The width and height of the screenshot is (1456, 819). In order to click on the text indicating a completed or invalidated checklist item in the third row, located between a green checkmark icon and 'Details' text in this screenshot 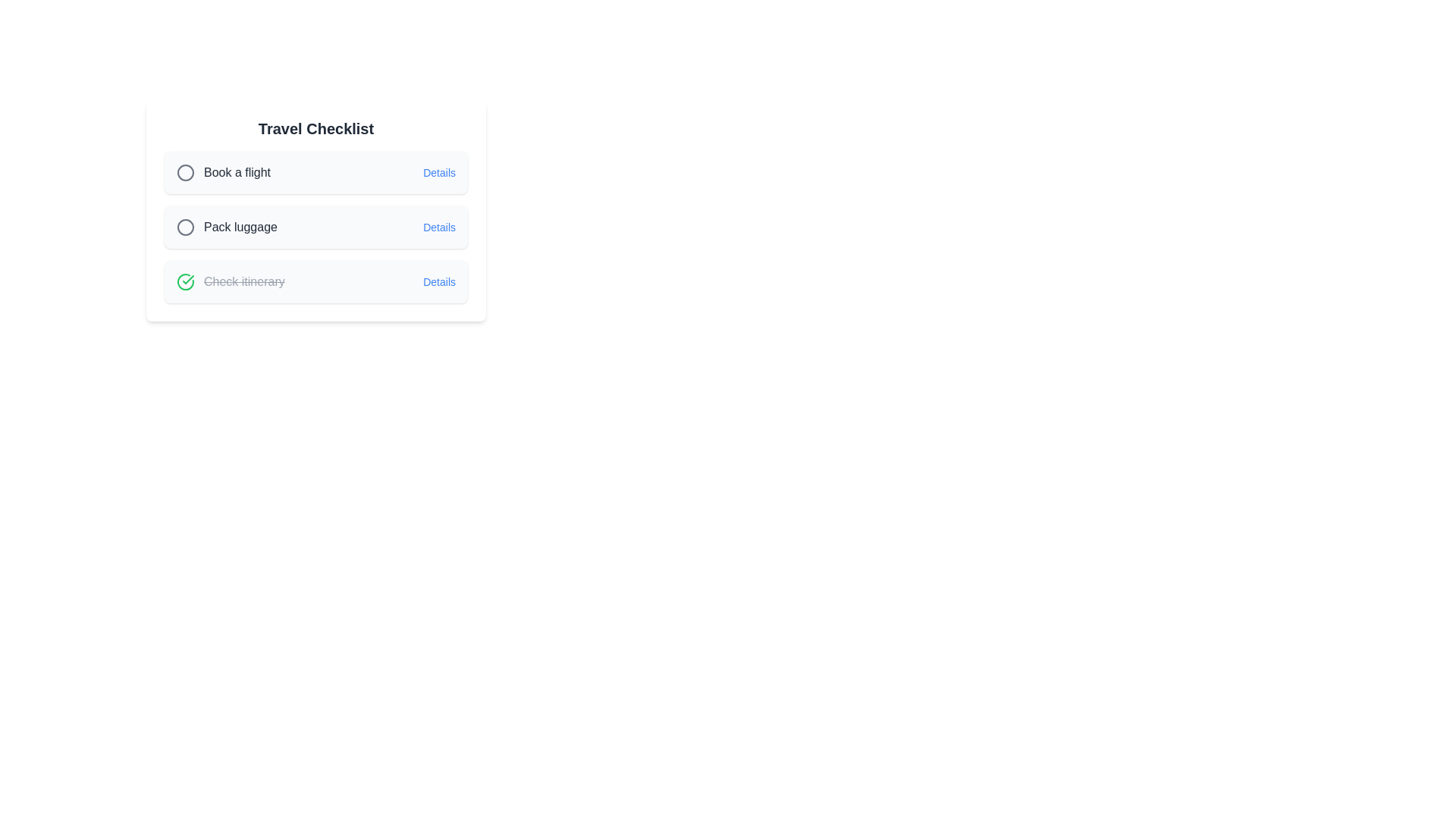, I will do `click(244, 281)`.